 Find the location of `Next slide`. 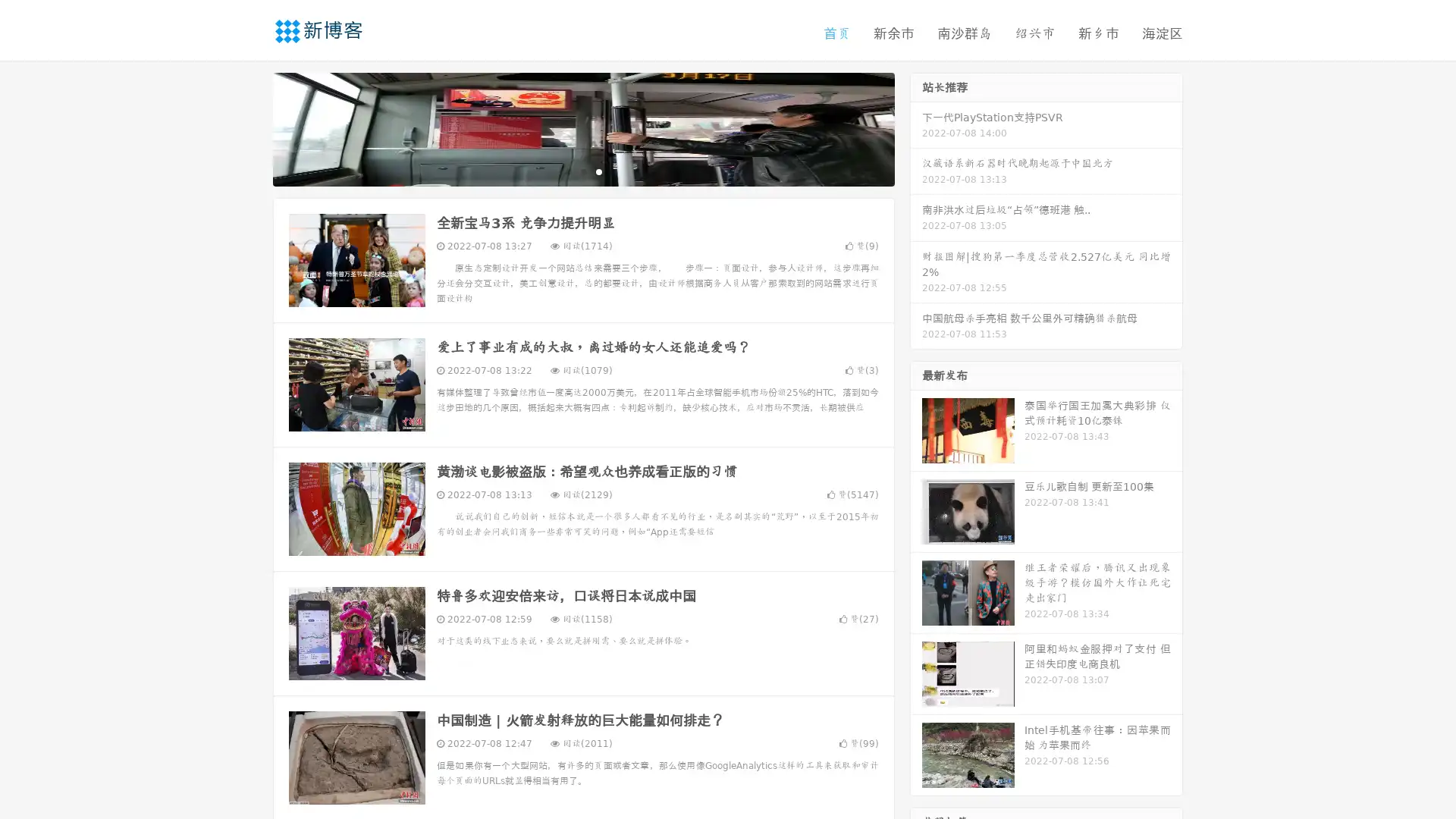

Next slide is located at coordinates (916, 127).